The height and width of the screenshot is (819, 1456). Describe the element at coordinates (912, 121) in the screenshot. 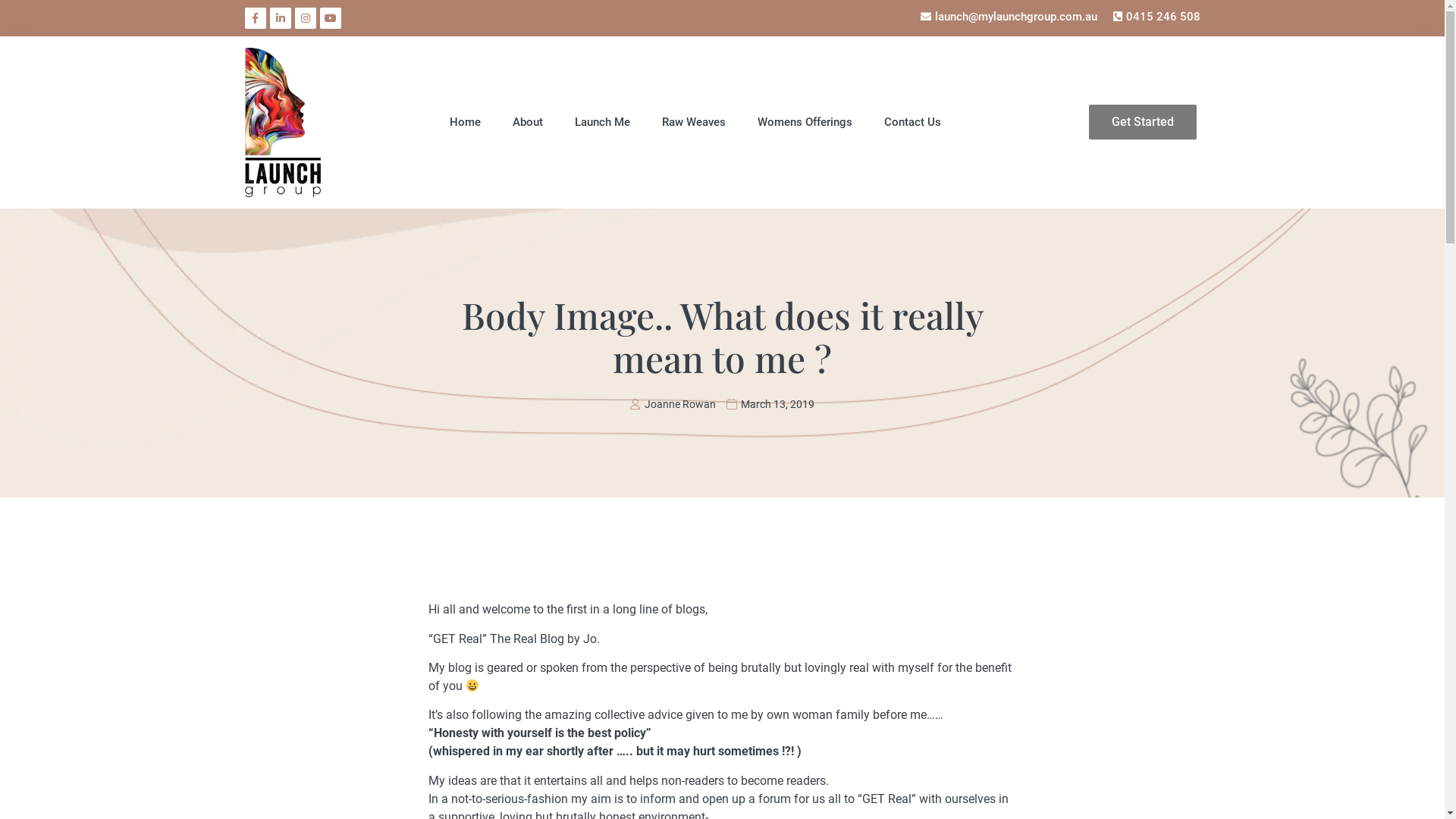

I see `'Contact Us'` at that location.